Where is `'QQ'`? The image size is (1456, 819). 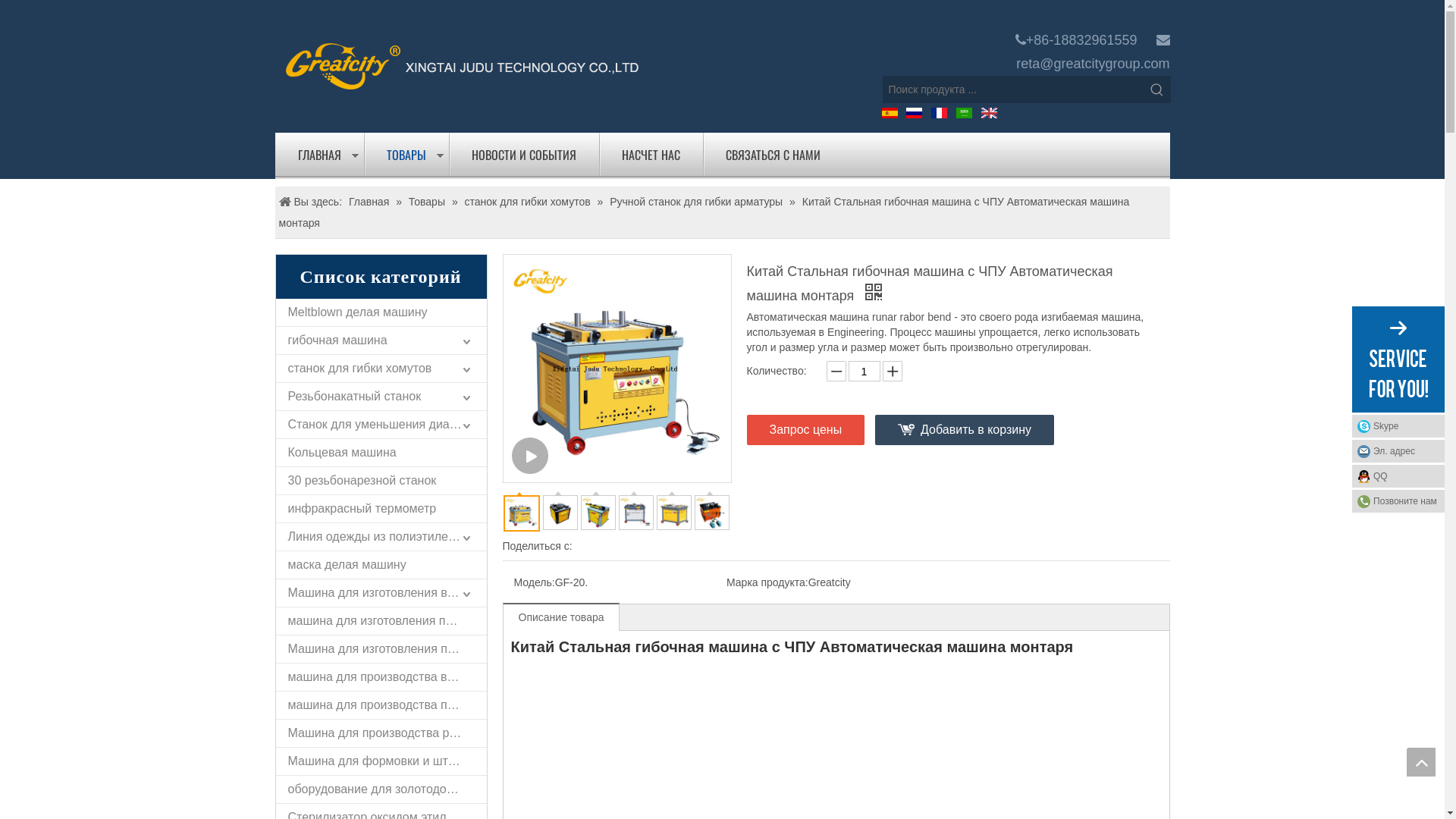 'QQ' is located at coordinates (1397, 475).